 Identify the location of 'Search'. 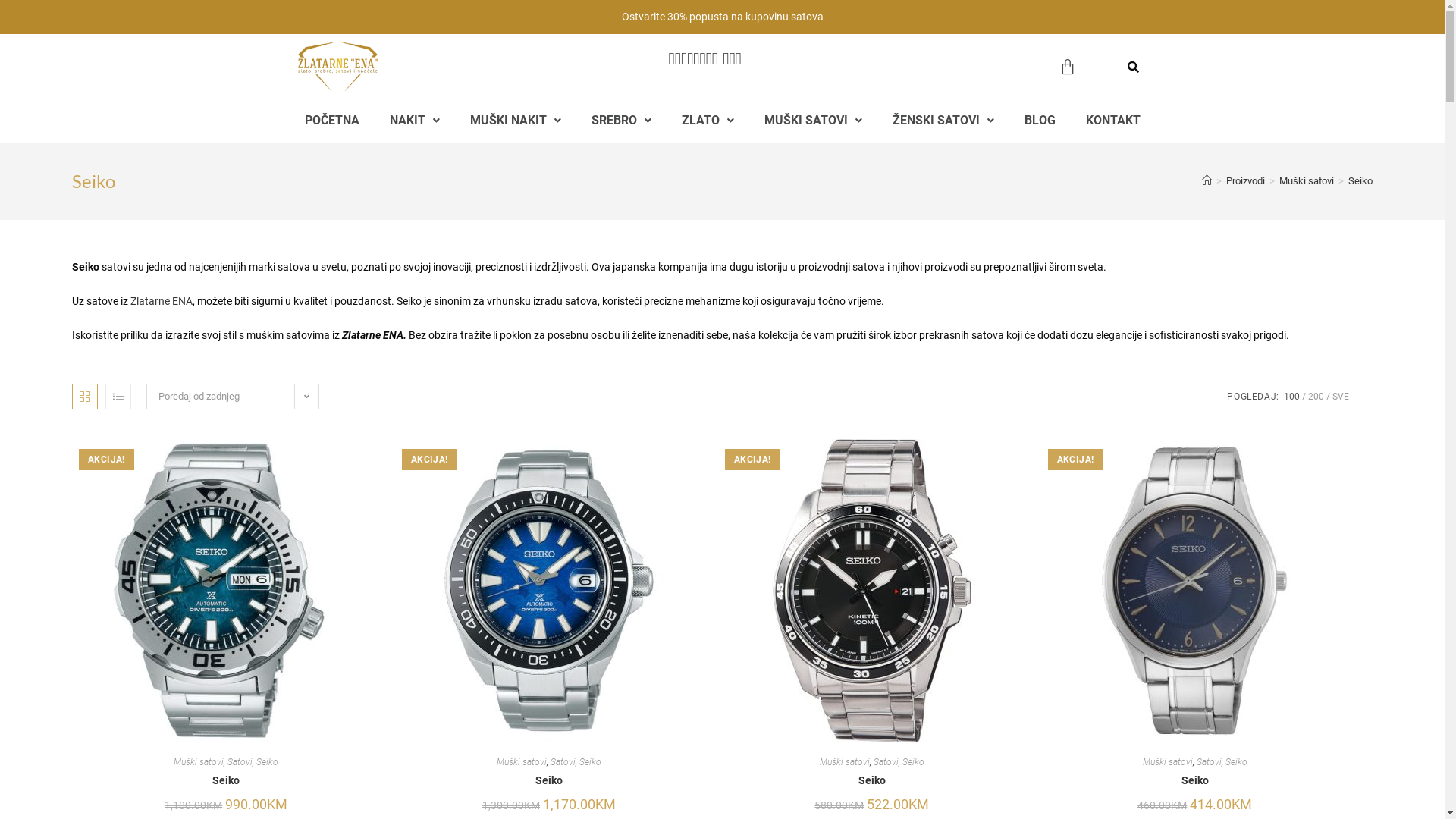
(1114, 69).